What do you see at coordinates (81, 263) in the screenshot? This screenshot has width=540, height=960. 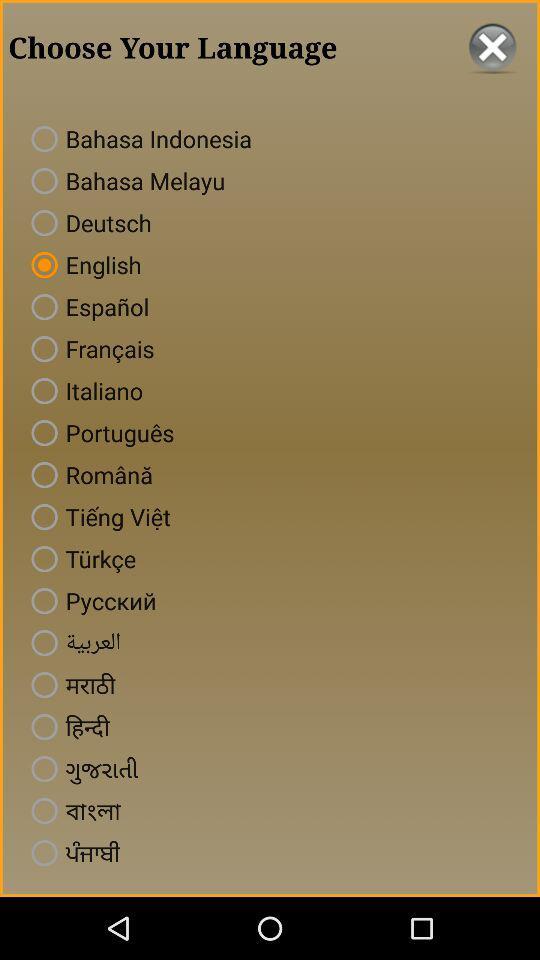 I see `english` at bounding box center [81, 263].